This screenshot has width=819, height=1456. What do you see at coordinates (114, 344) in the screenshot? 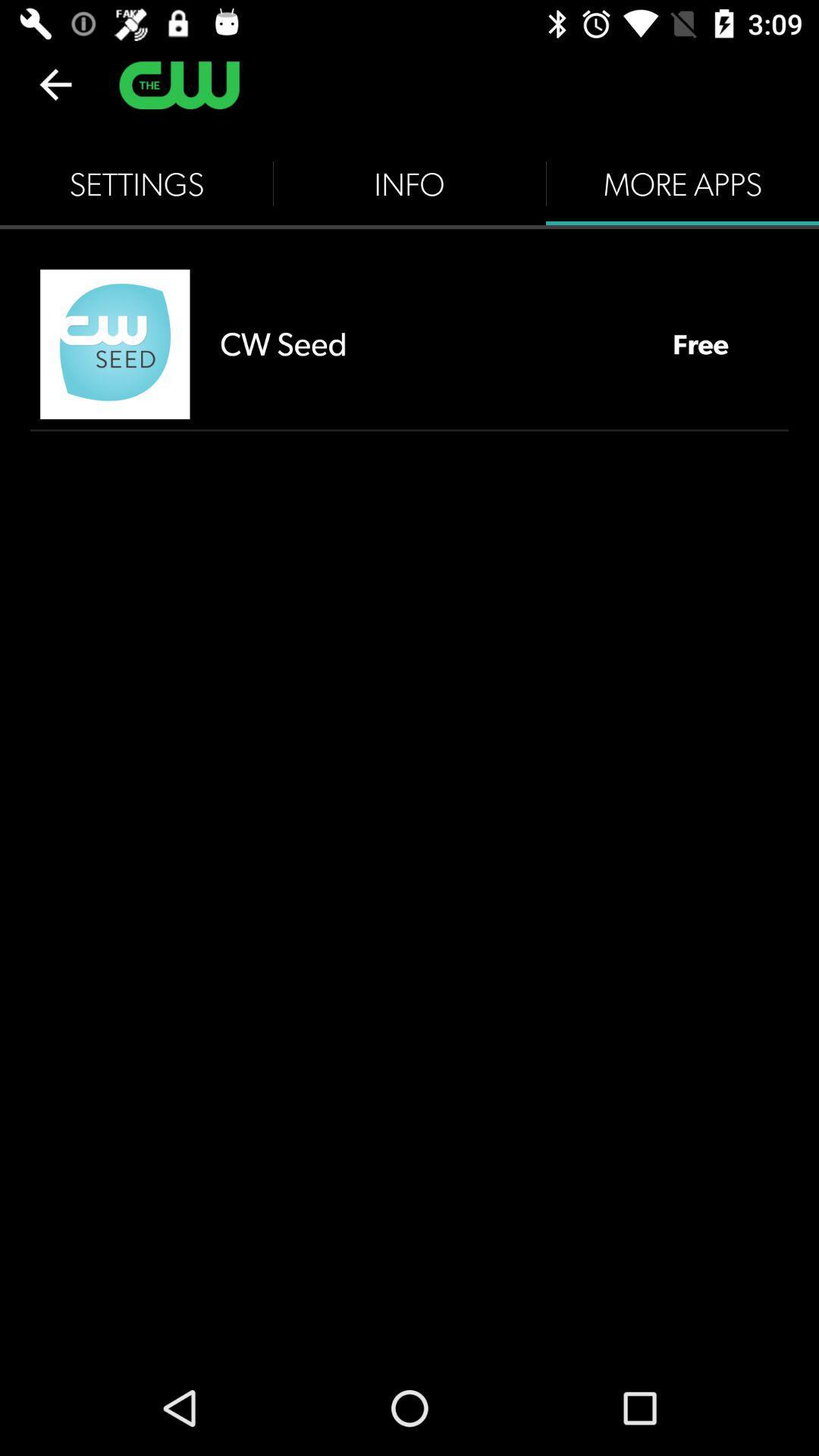
I see `item below settings icon` at bounding box center [114, 344].